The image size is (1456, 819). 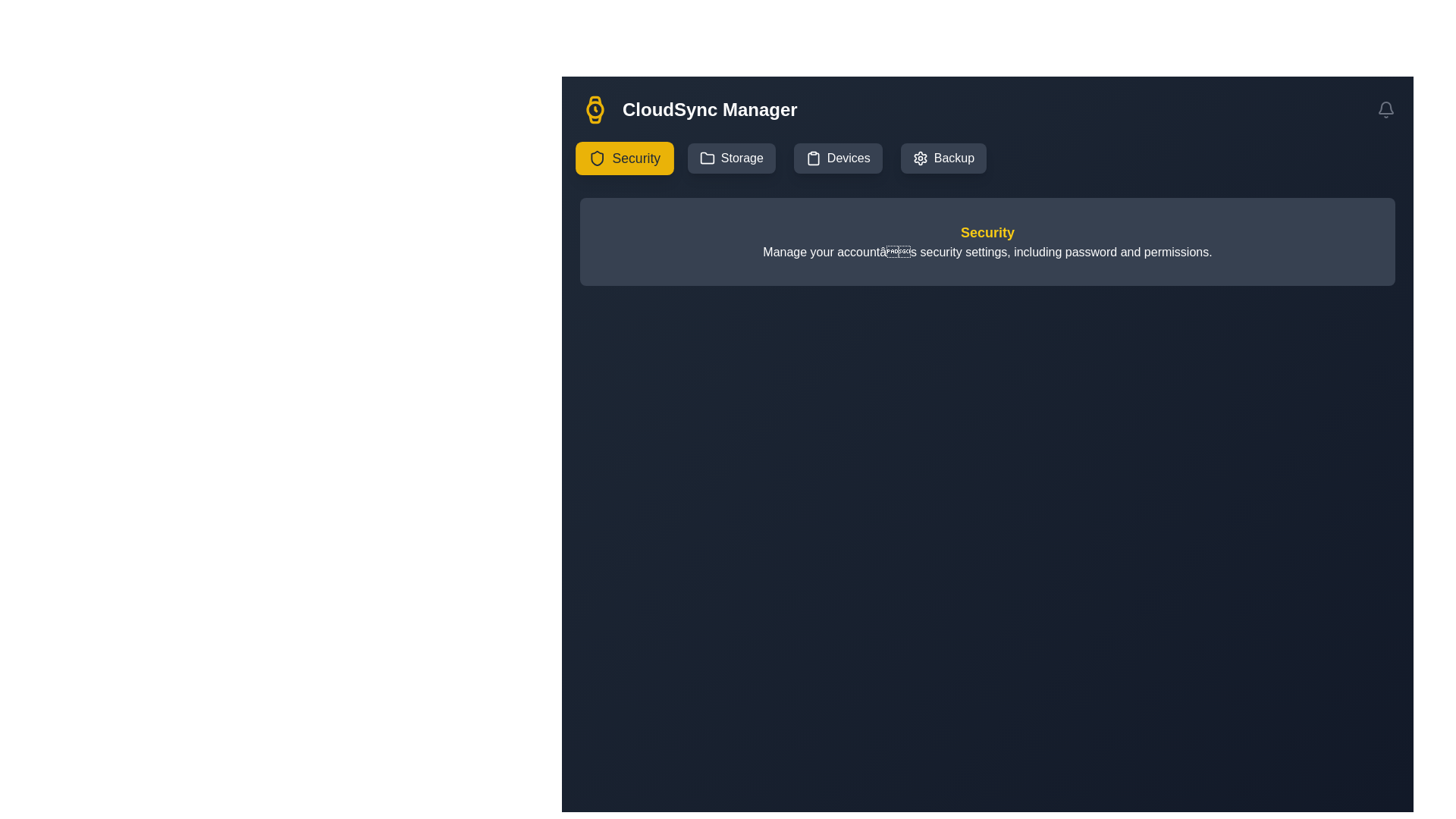 What do you see at coordinates (987, 251) in the screenshot?
I see `the text block that reads, 'Manage your account's security settings, including password and permissions.' located below the 'Security' heading` at bounding box center [987, 251].